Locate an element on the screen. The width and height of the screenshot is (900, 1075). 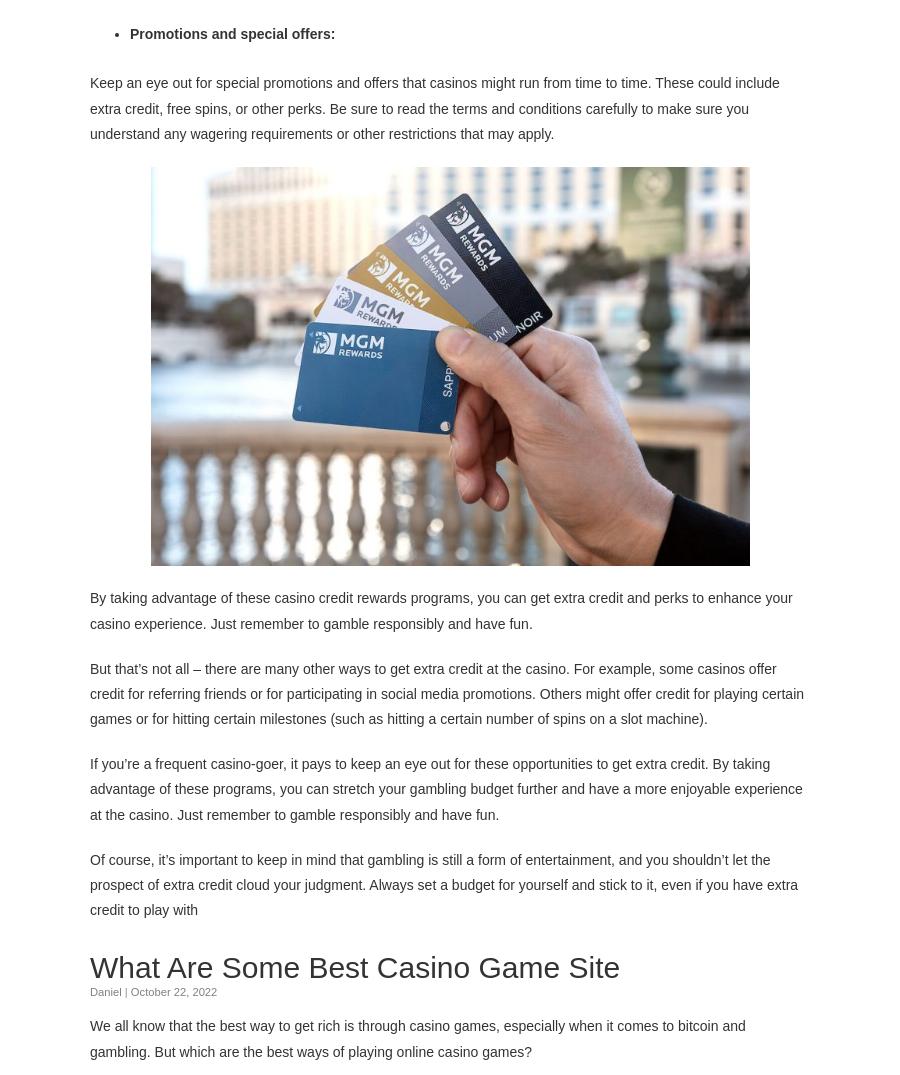
'We all know that the best way to get rich is through casino games, especially when it comes to bitcoin and gambling. But which are the best ways of playing online casino games?' is located at coordinates (417, 1038).